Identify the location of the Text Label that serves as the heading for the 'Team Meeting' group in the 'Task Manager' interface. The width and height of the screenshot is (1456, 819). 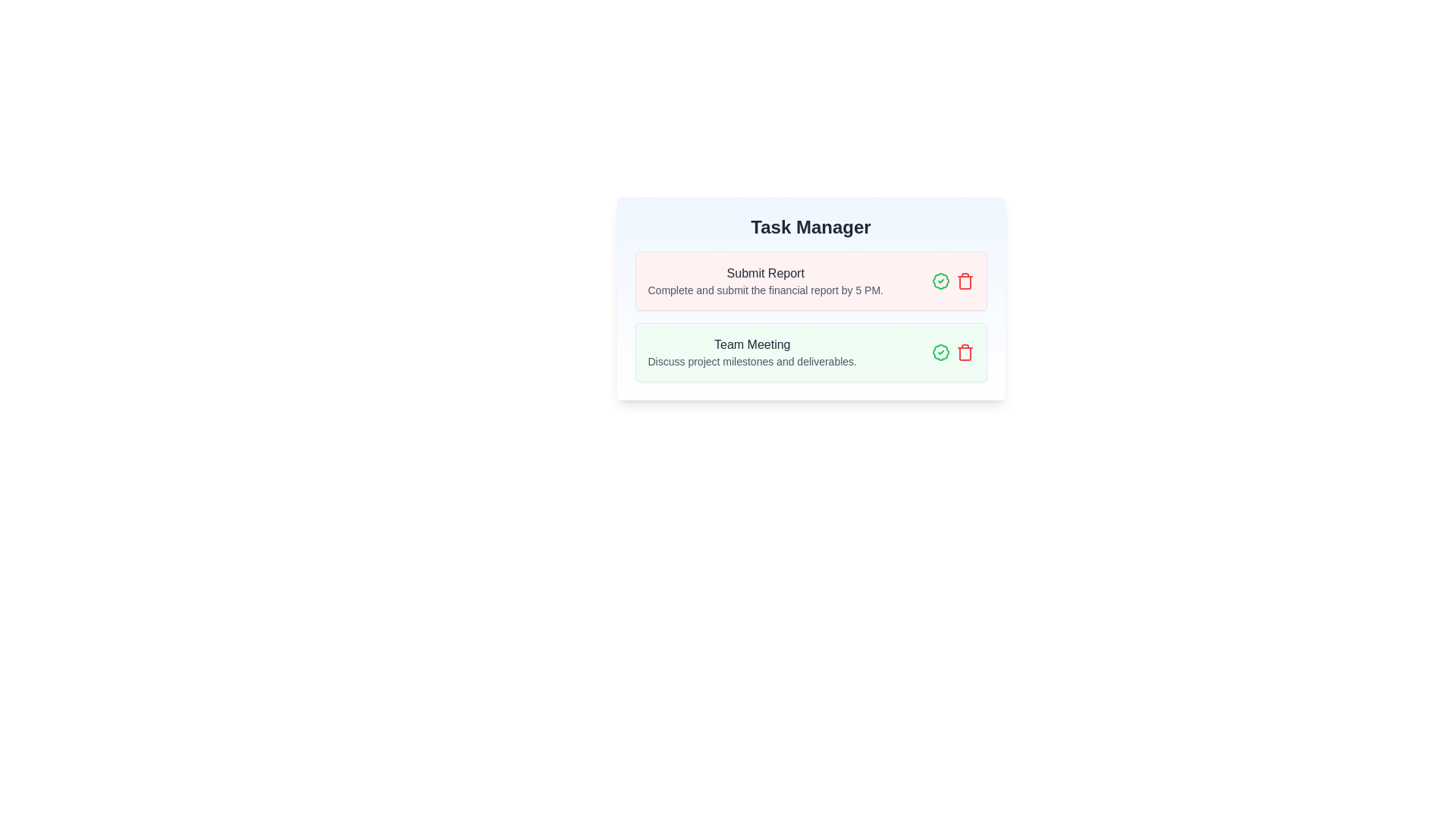
(752, 345).